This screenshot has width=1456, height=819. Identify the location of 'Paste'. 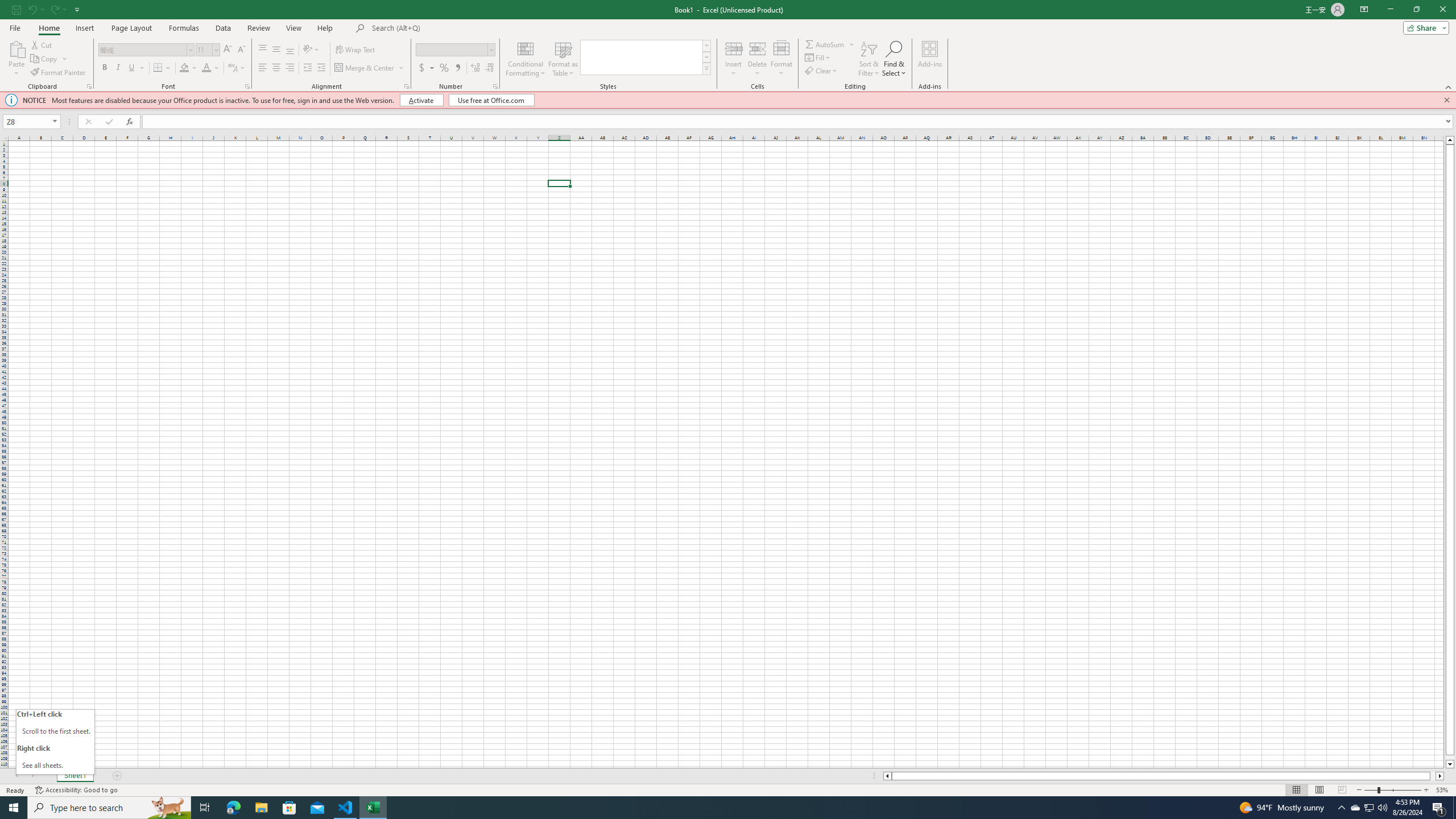
(16, 59).